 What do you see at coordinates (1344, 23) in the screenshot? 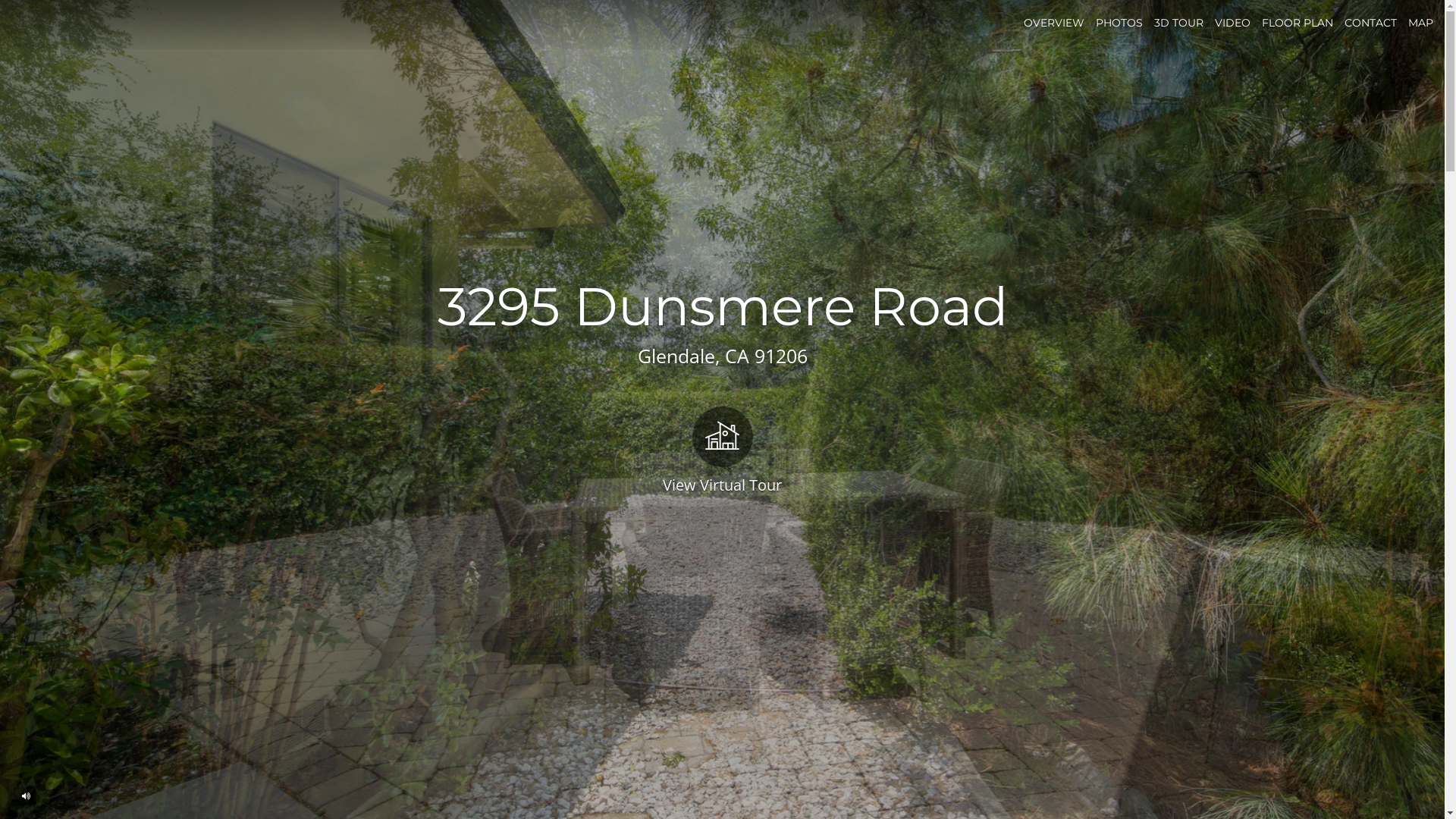
I see `'CONTACT'` at bounding box center [1344, 23].